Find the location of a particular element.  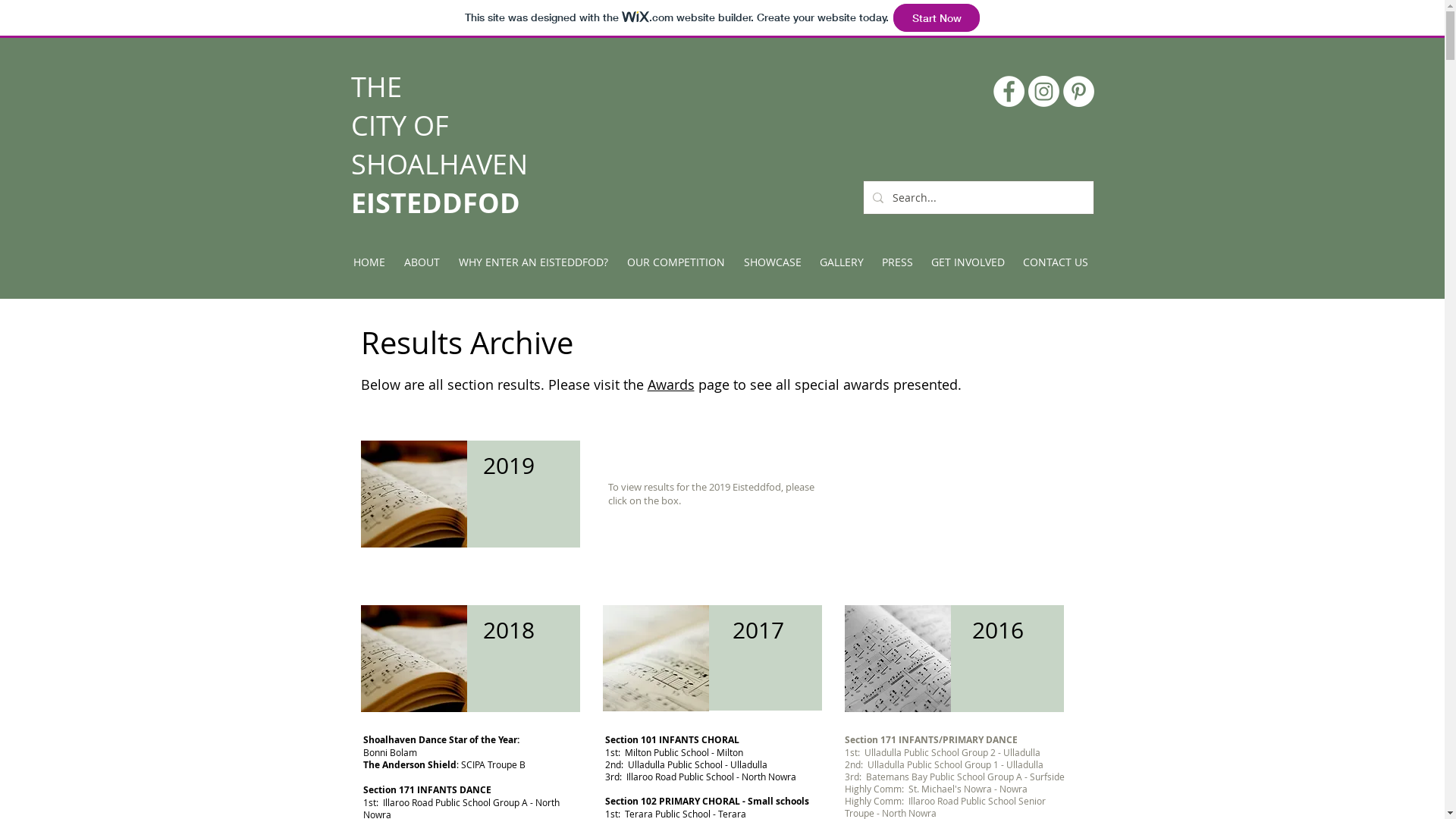

'HOME' is located at coordinates (369, 262).